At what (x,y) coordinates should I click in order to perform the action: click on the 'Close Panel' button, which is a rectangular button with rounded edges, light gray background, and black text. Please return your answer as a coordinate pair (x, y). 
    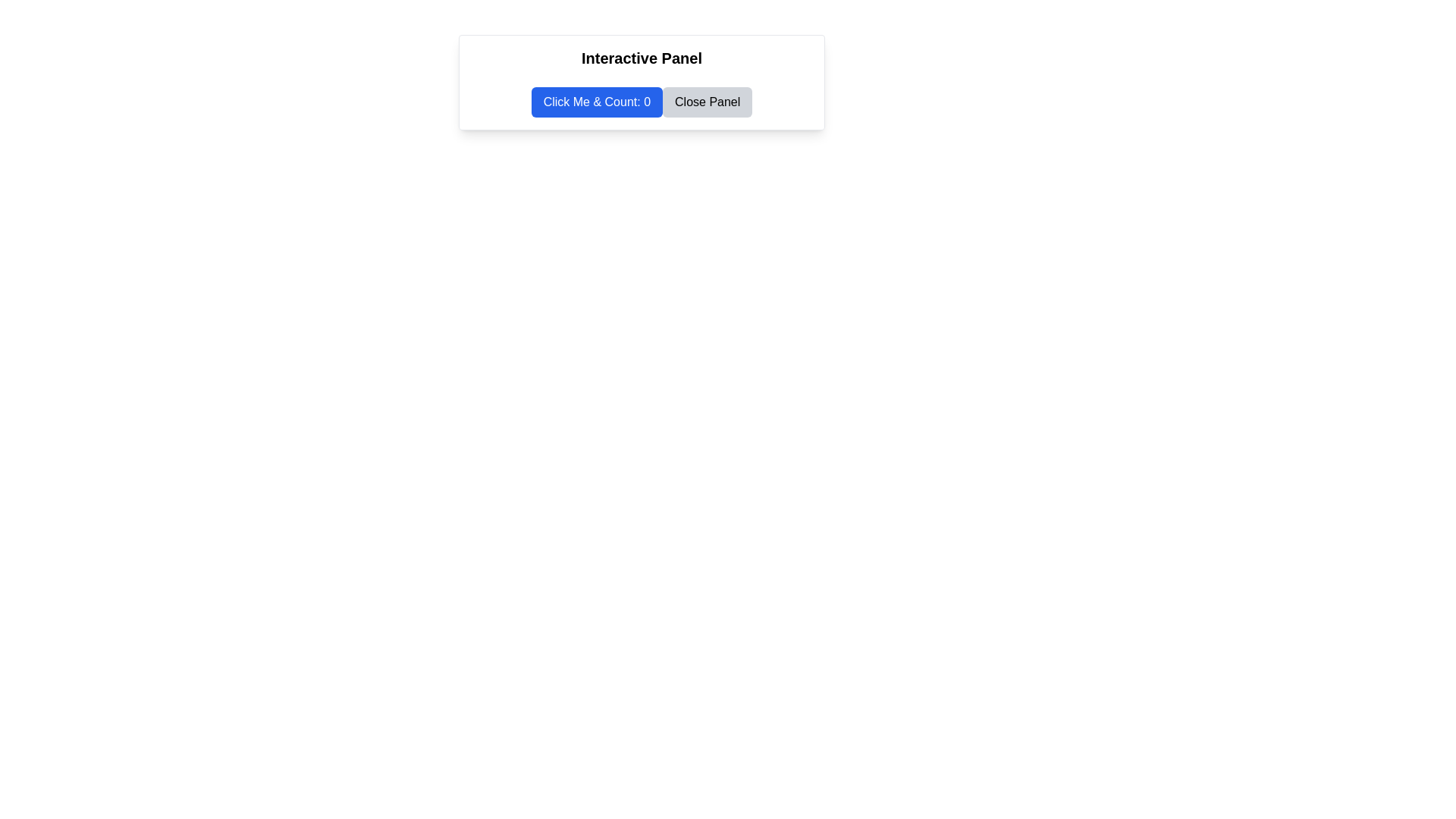
    Looking at the image, I should click on (707, 102).